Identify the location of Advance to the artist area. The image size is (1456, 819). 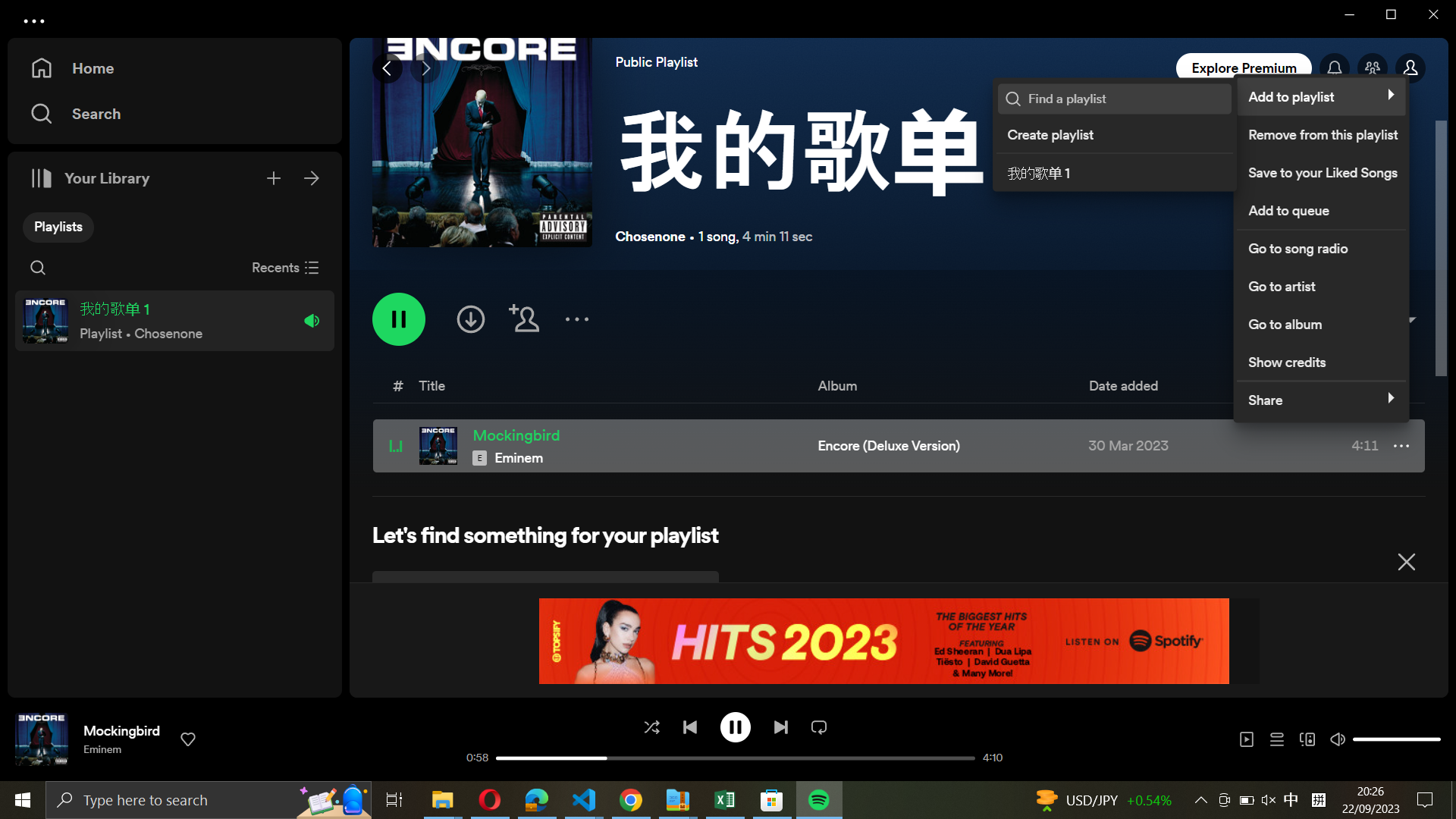
(1319, 284).